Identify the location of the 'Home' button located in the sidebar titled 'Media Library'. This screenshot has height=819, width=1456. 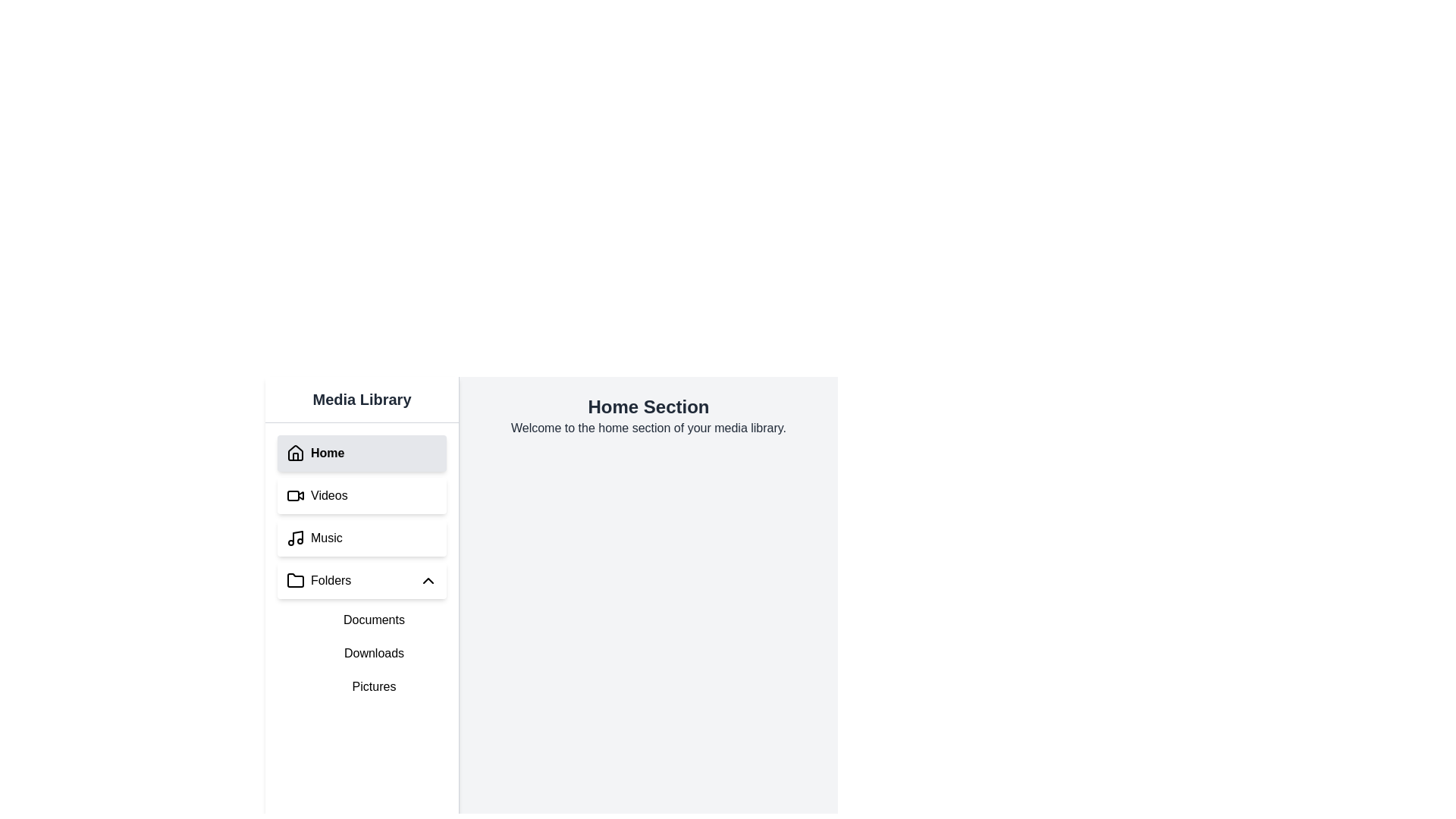
(361, 452).